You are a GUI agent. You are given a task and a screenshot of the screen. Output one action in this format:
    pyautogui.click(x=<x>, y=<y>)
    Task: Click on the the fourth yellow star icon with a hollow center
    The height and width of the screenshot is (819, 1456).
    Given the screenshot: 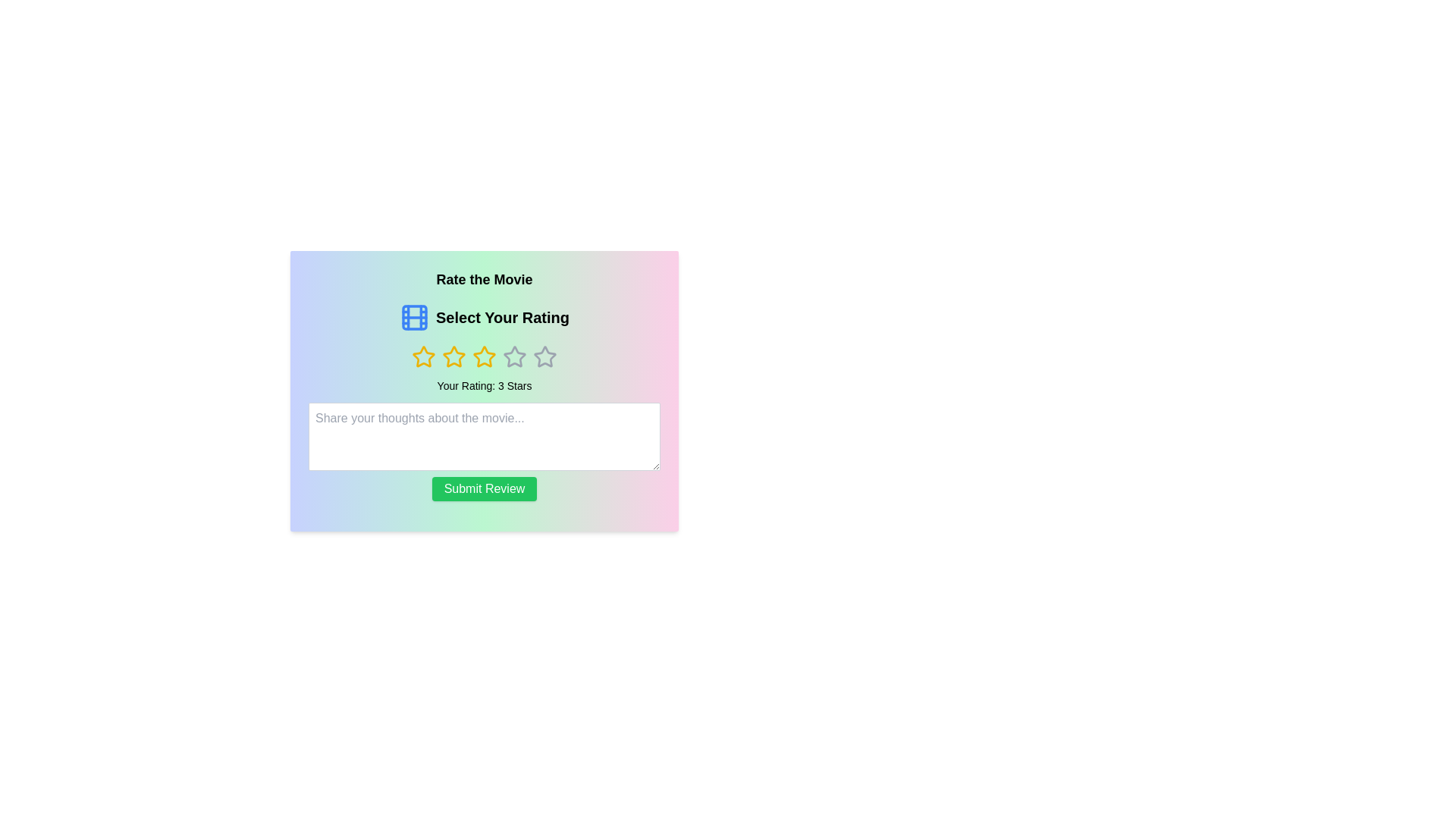 What is the action you would take?
    pyautogui.click(x=483, y=356)
    